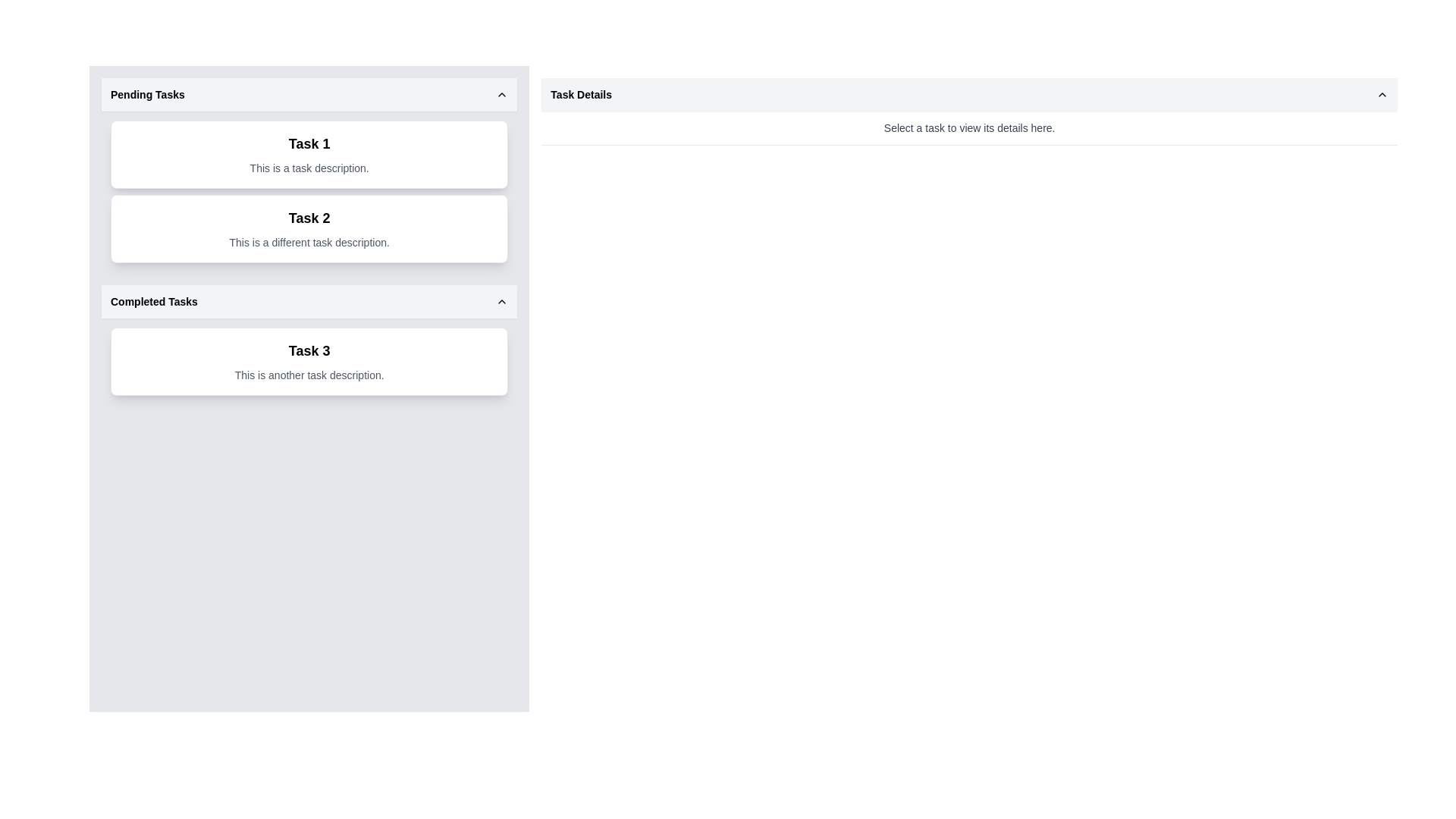  I want to click on the upward-pointing chevron icon with a thin black outline located at the right end of the 'Pending Tasks' header, so click(502, 94).